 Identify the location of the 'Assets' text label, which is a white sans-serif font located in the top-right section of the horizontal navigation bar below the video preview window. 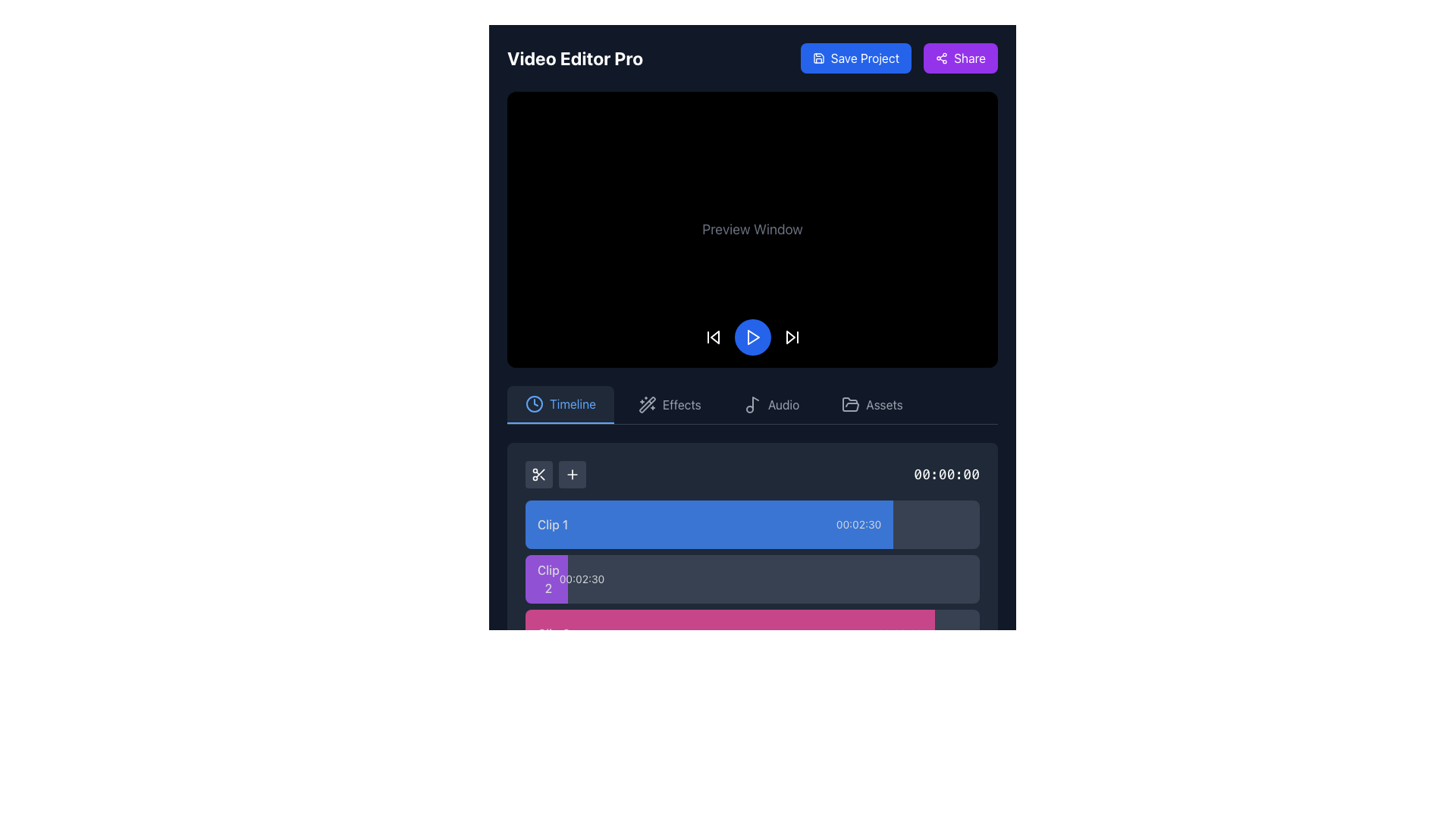
(884, 403).